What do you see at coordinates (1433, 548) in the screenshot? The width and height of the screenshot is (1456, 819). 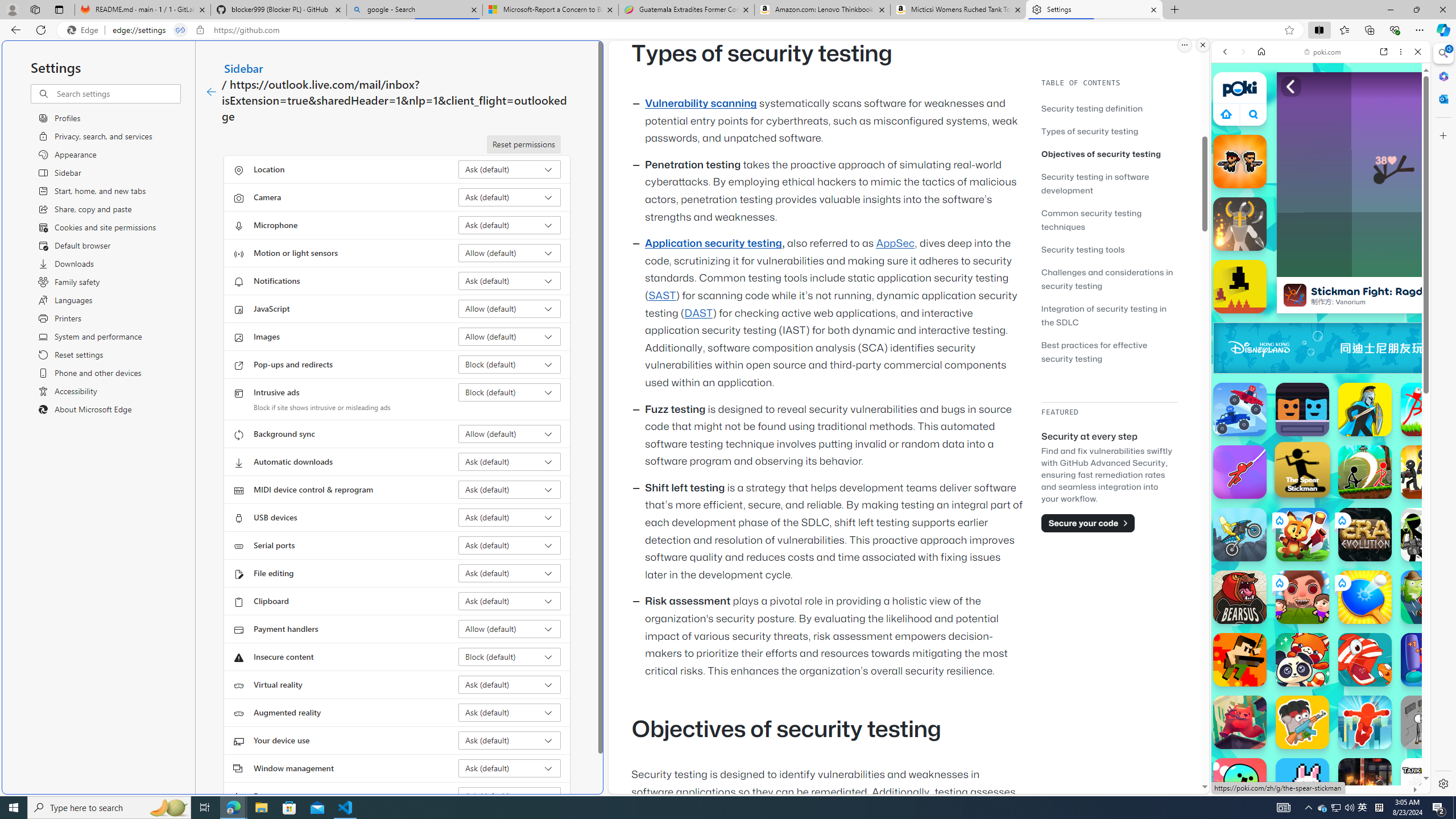 I see `'Crazy Cars Crazy Cars poki.com'` at bounding box center [1433, 548].